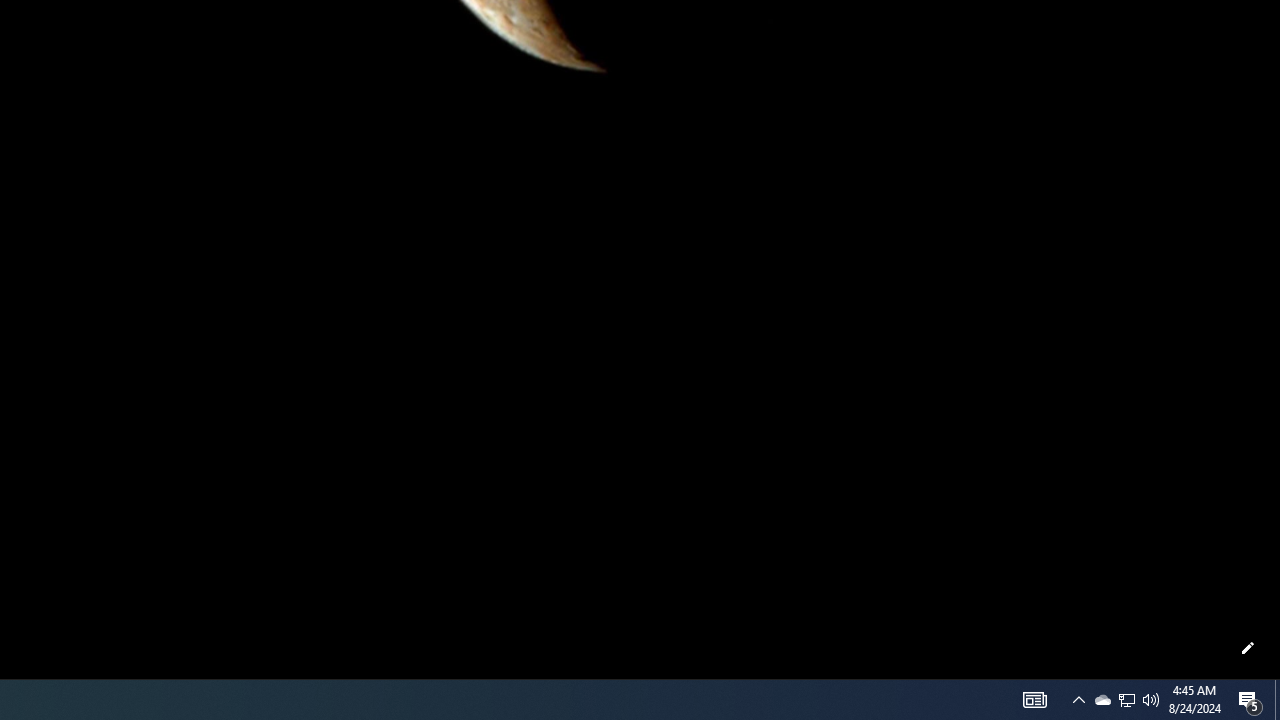 The width and height of the screenshot is (1280, 720). What do you see at coordinates (1247, 648) in the screenshot?
I see `'Customize this page'` at bounding box center [1247, 648].